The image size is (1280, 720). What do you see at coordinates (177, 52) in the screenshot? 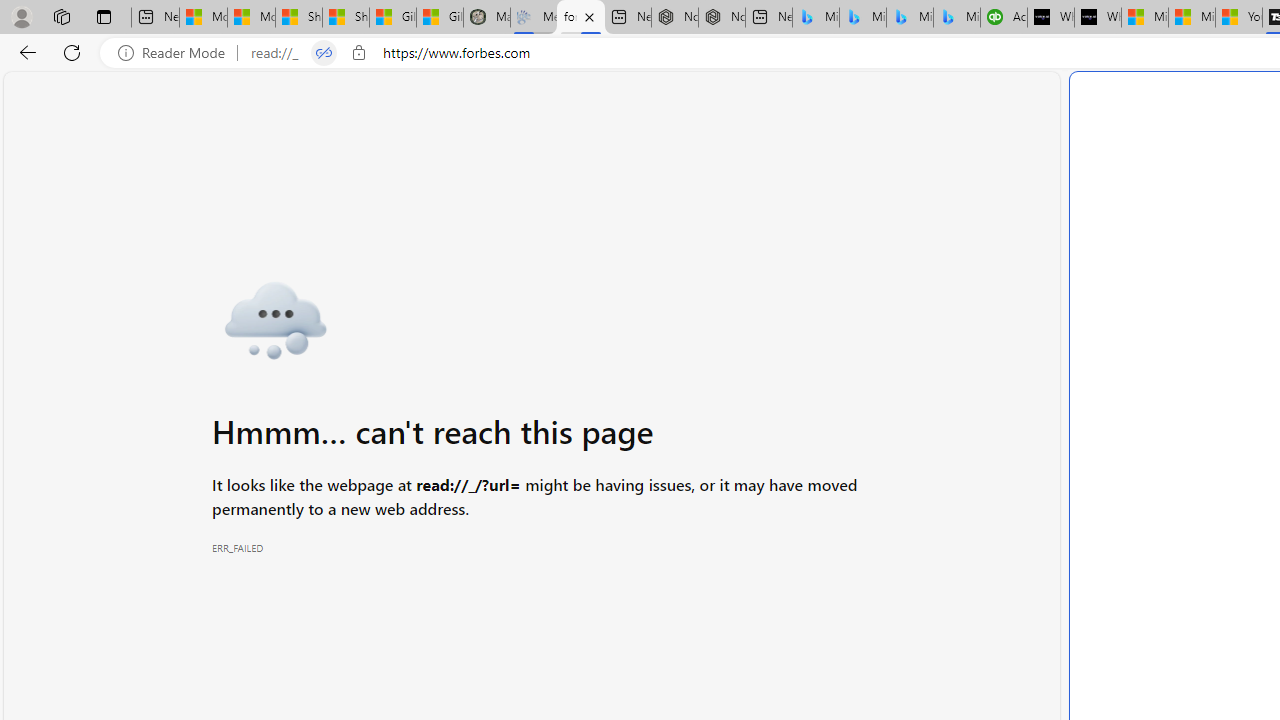
I see `'Reader Mode'` at bounding box center [177, 52].